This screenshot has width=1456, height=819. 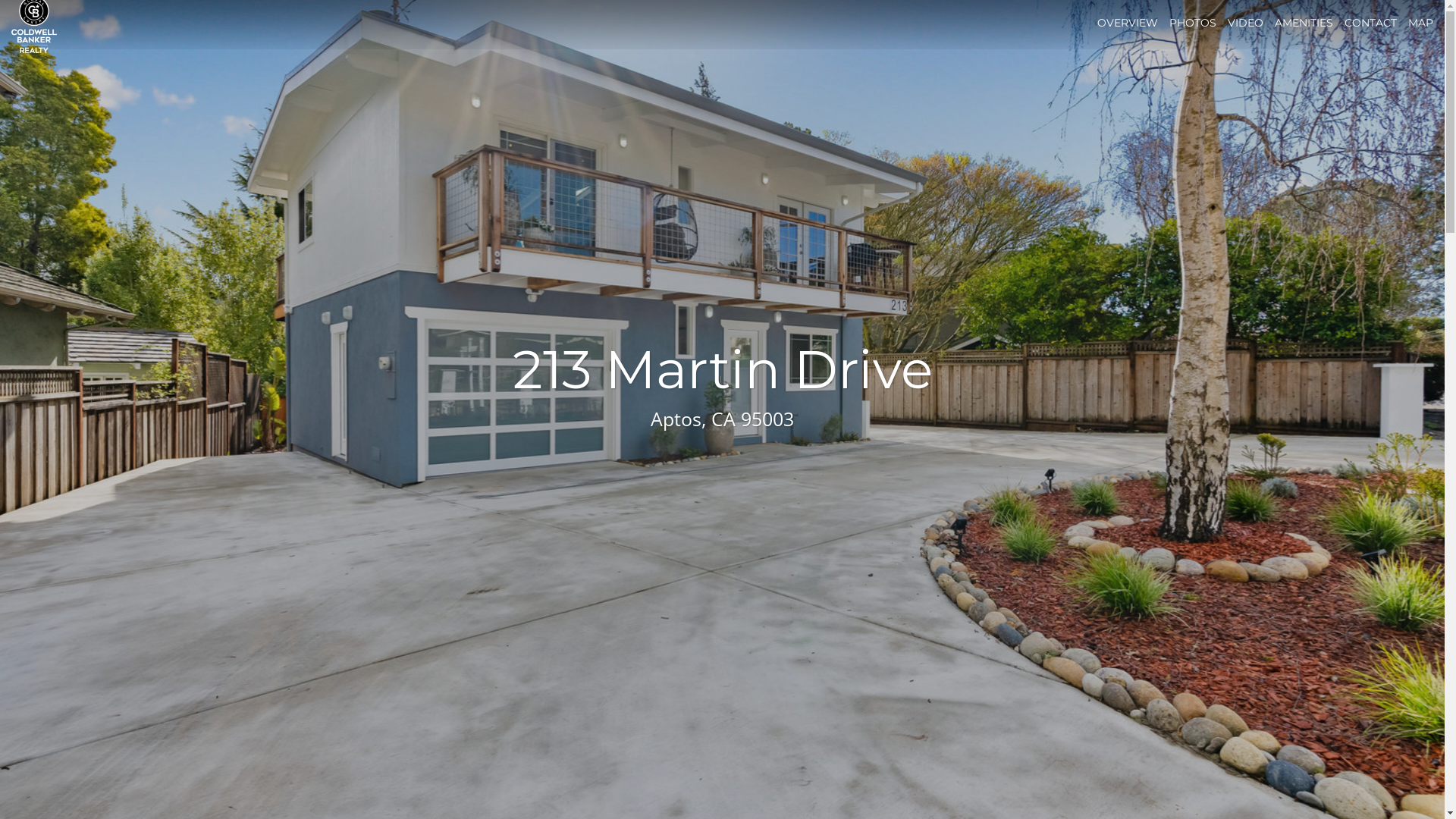 I want to click on 'MAP', so click(x=1420, y=23).